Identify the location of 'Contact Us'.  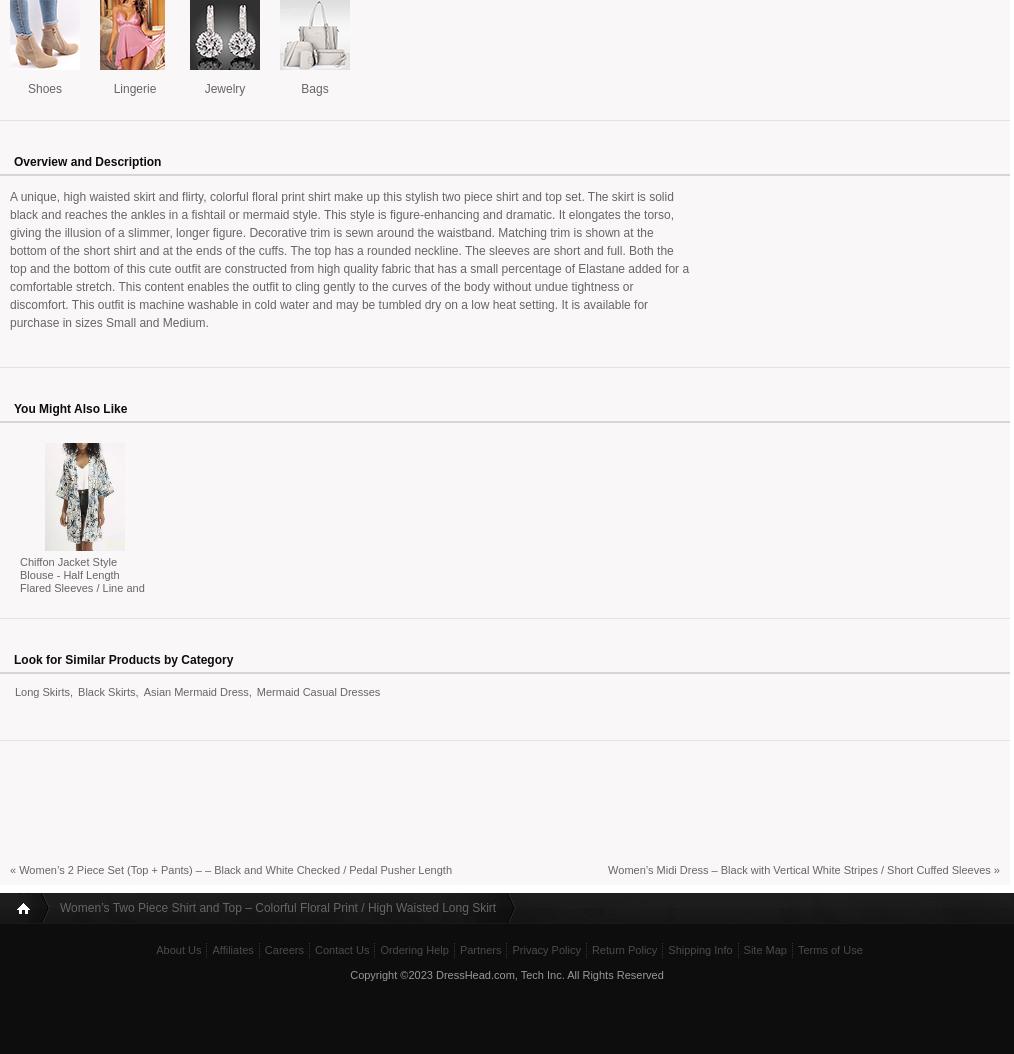
(340, 949).